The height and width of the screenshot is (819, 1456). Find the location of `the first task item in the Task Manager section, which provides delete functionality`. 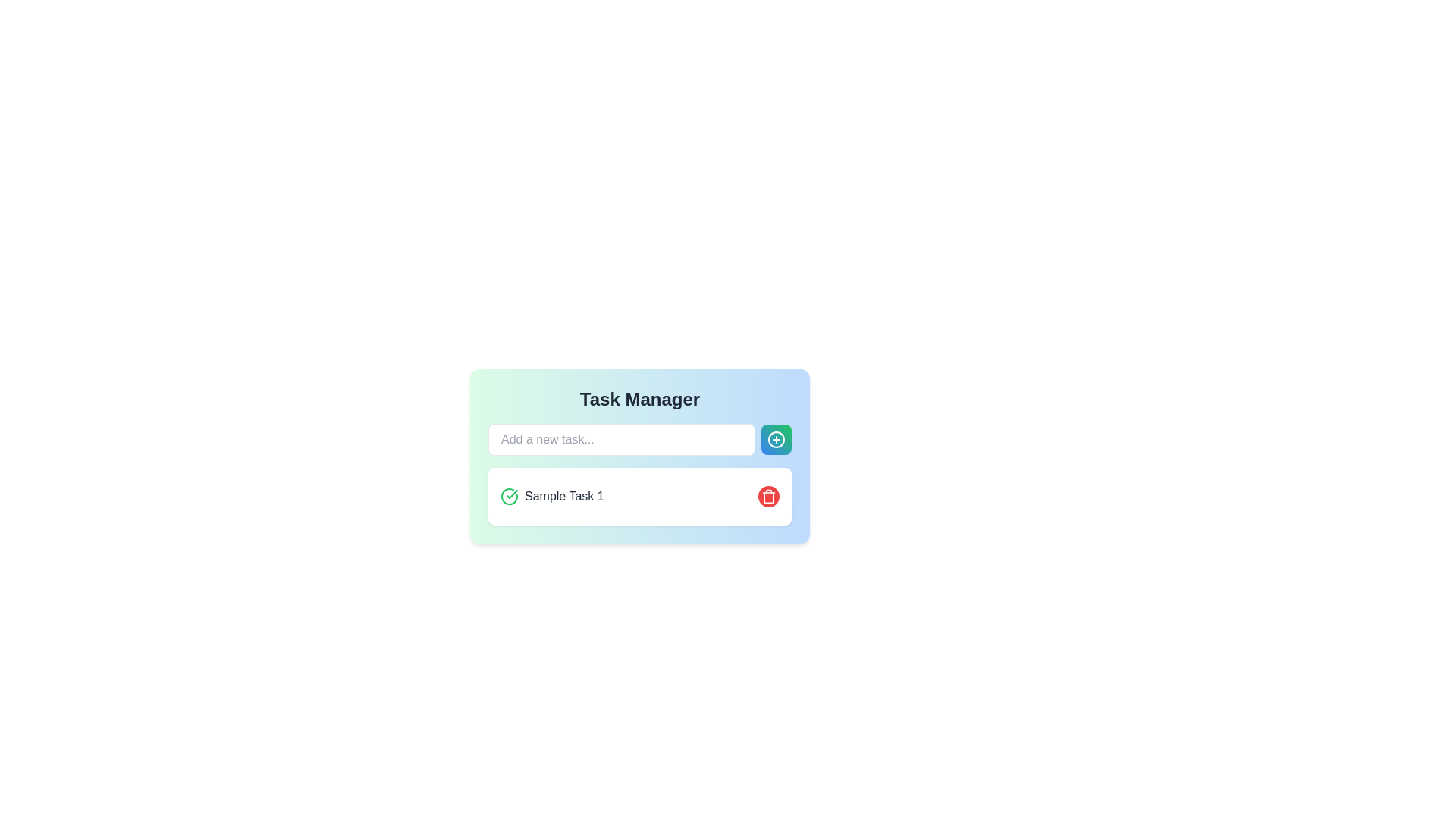

the first task item in the Task Manager section, which provides delete functionality is located at coordinates (640, 497).